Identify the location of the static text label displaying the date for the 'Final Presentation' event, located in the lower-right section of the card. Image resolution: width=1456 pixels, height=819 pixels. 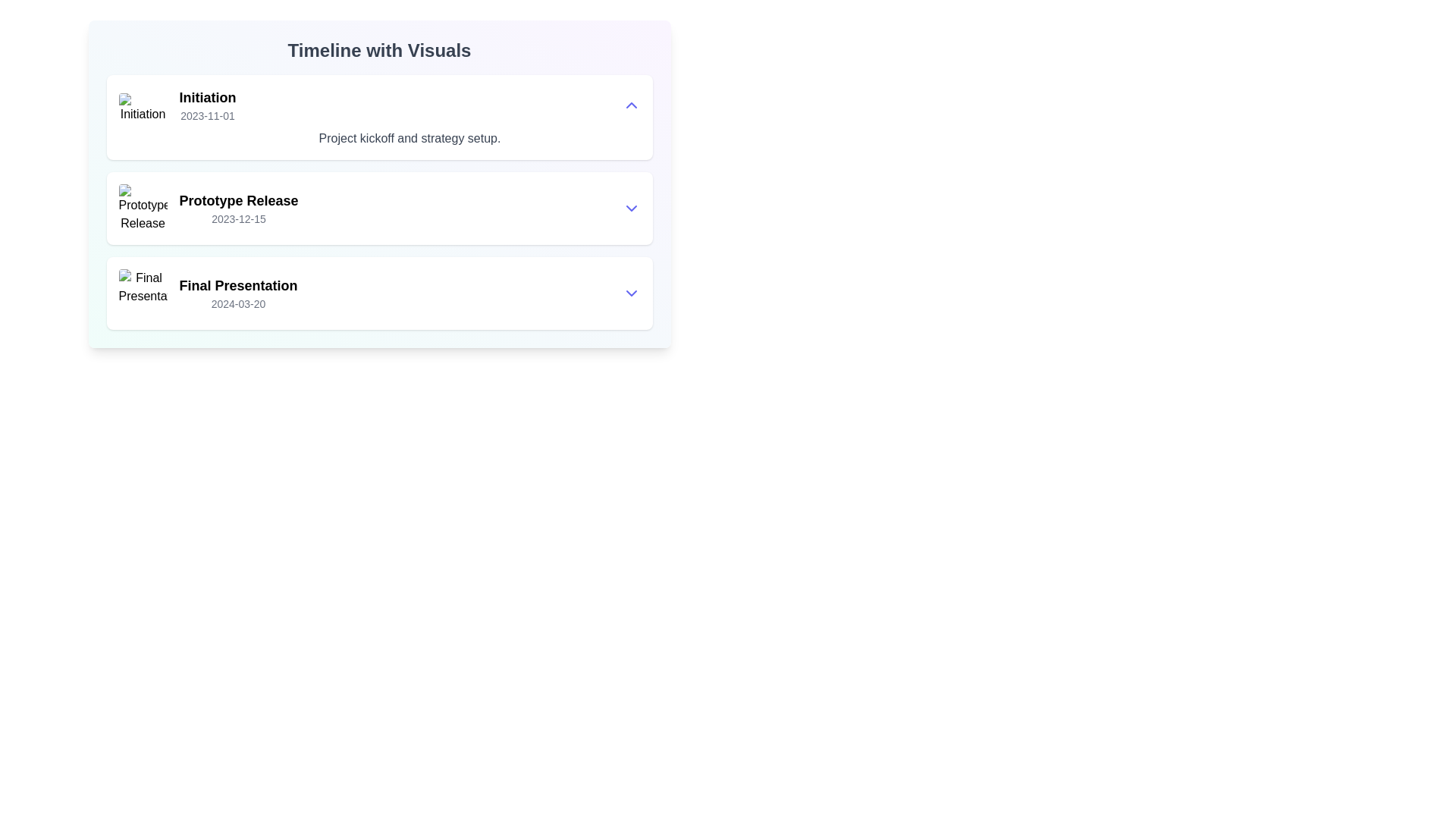
(237, 304).